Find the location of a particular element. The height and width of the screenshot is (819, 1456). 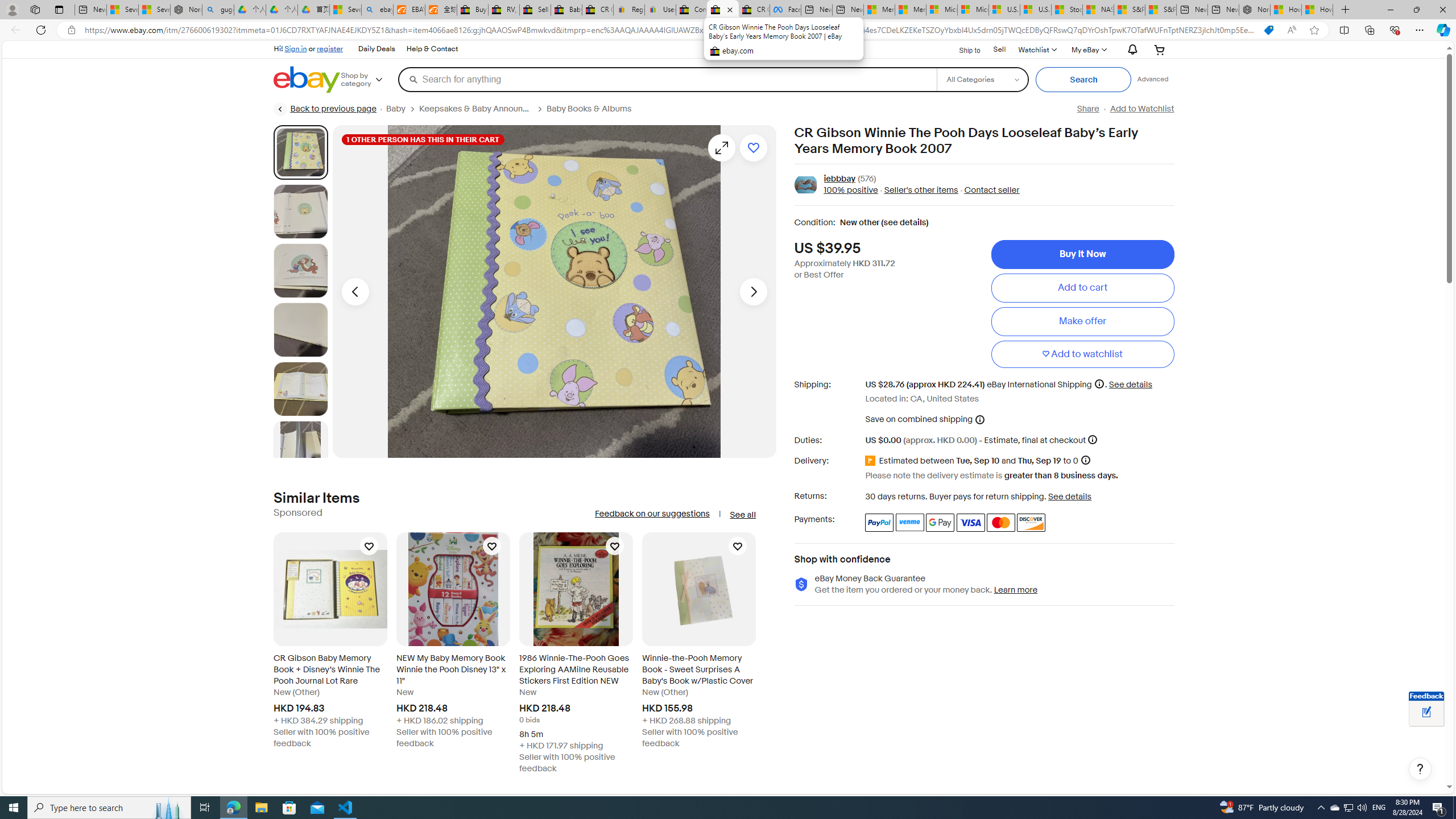

'My eBay' is located at coordinates (1087, 49).